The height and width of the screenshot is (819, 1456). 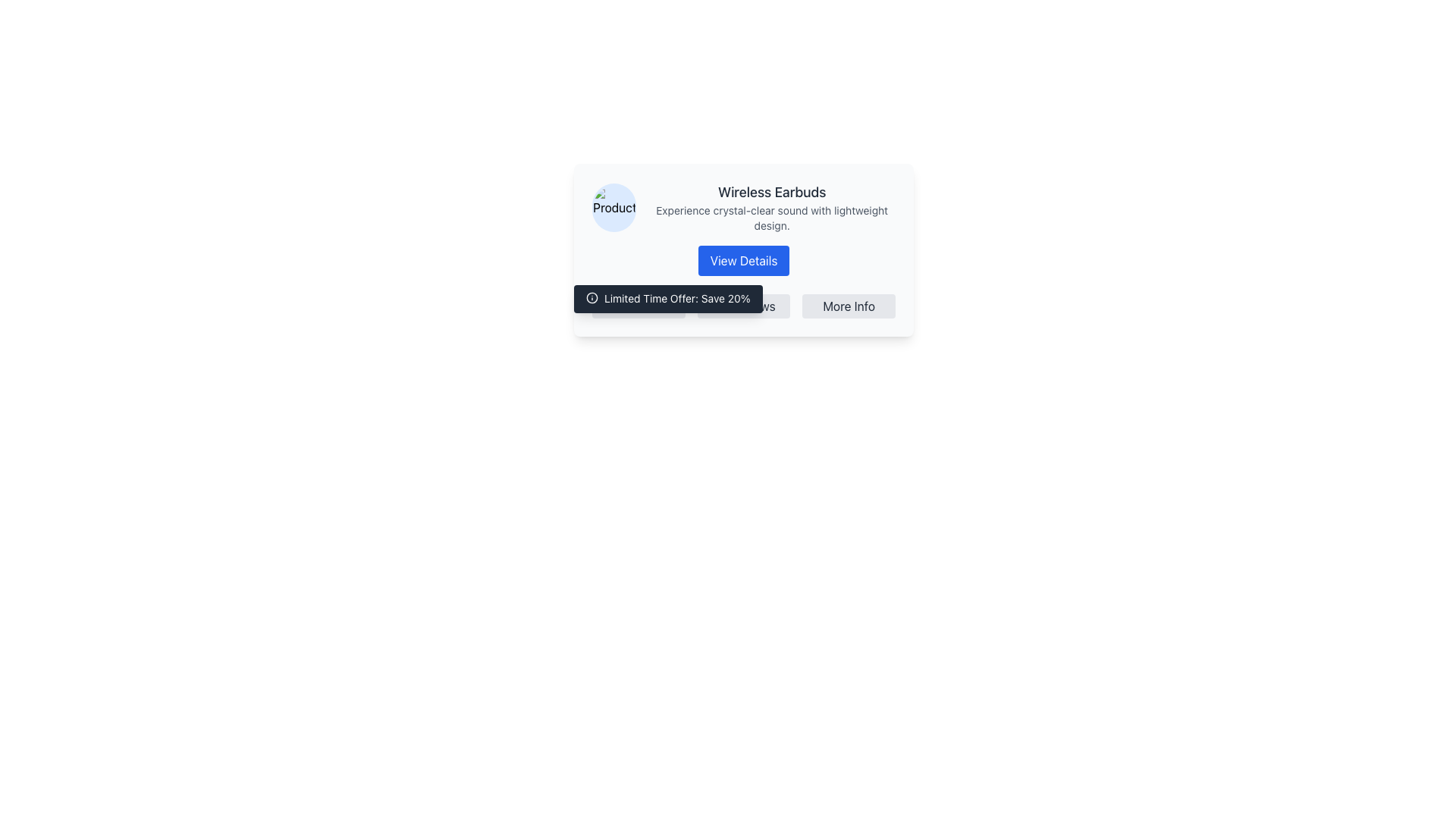 What do you see at coordinates (848, 306) in the screenshot?
I see `the 'More Info' text label located in the bottom-right corner of the product card` at bounding box center [848, 306].